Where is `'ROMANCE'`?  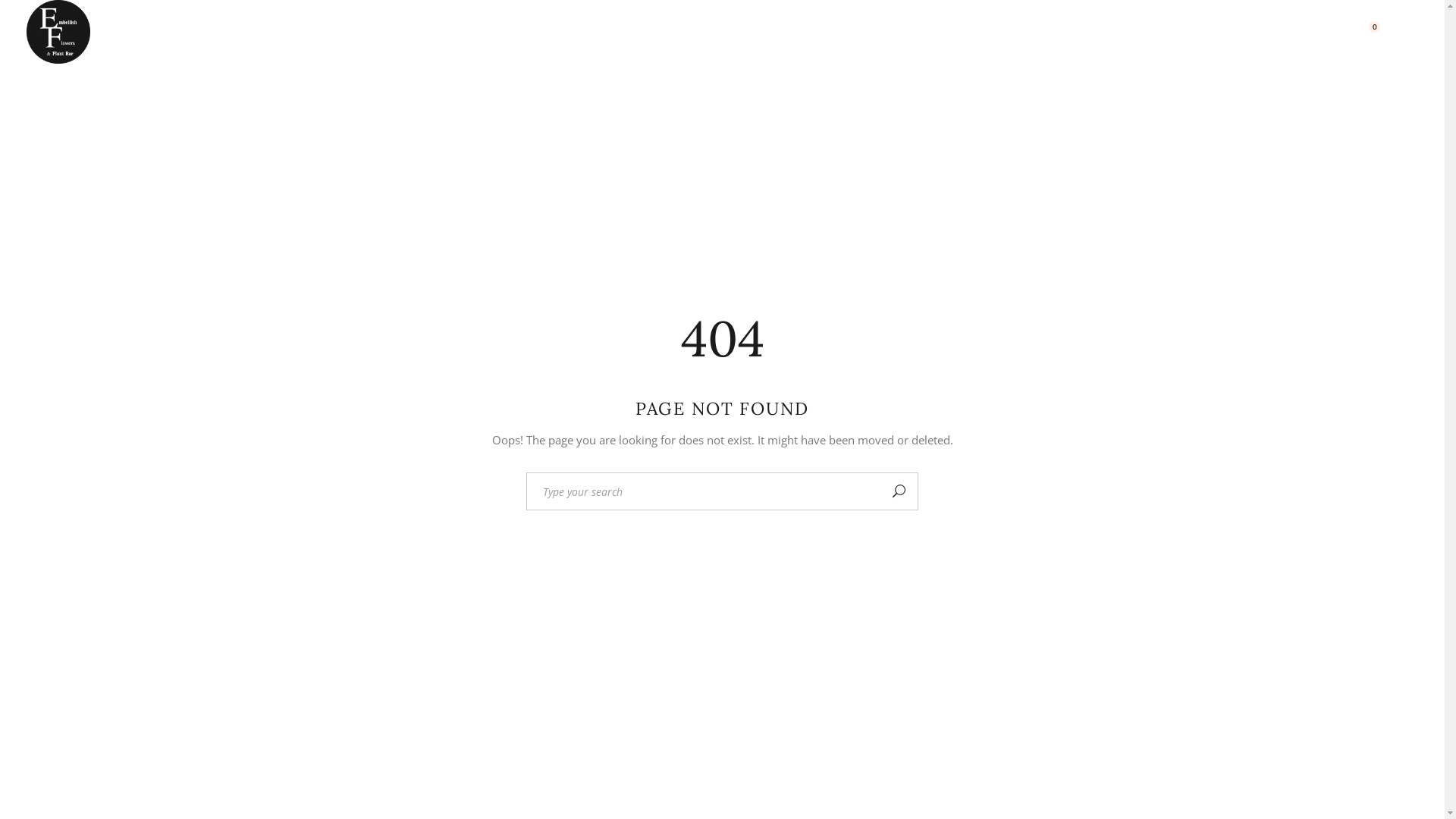 'ROMANCE' is located at coordinates (524, 32).